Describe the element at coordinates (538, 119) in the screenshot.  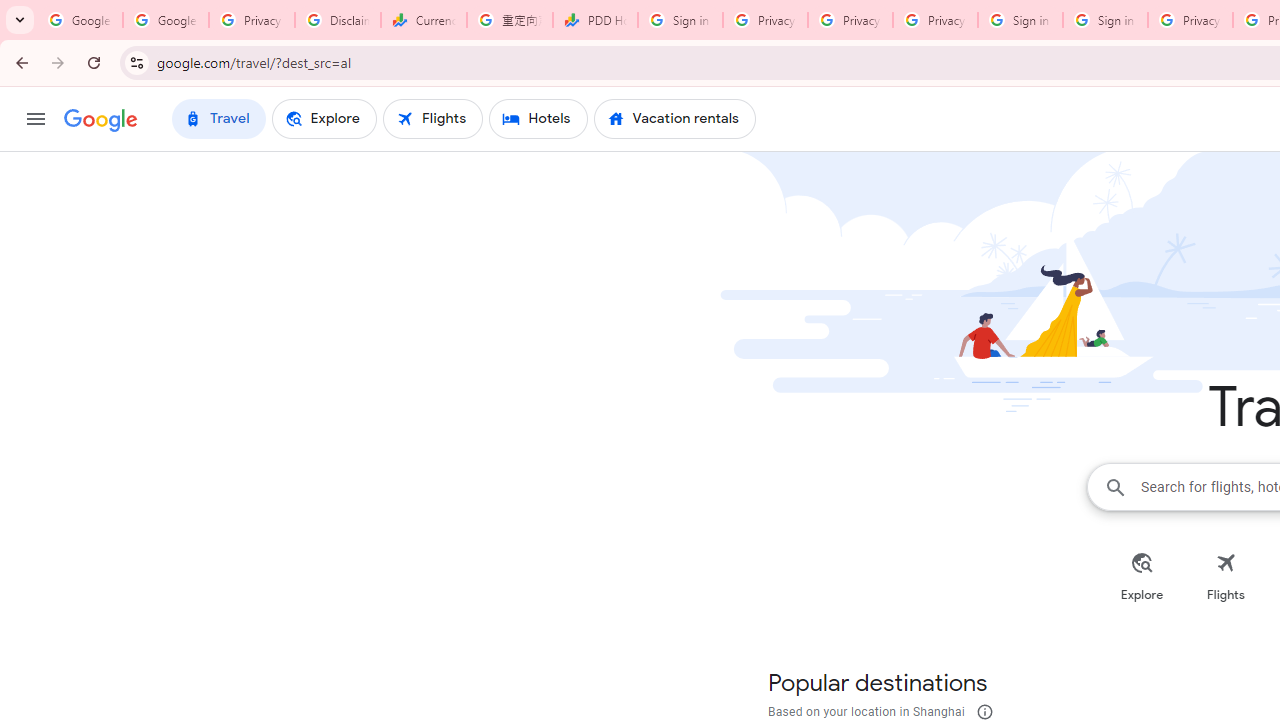
I see `'Hotels'` at that location.